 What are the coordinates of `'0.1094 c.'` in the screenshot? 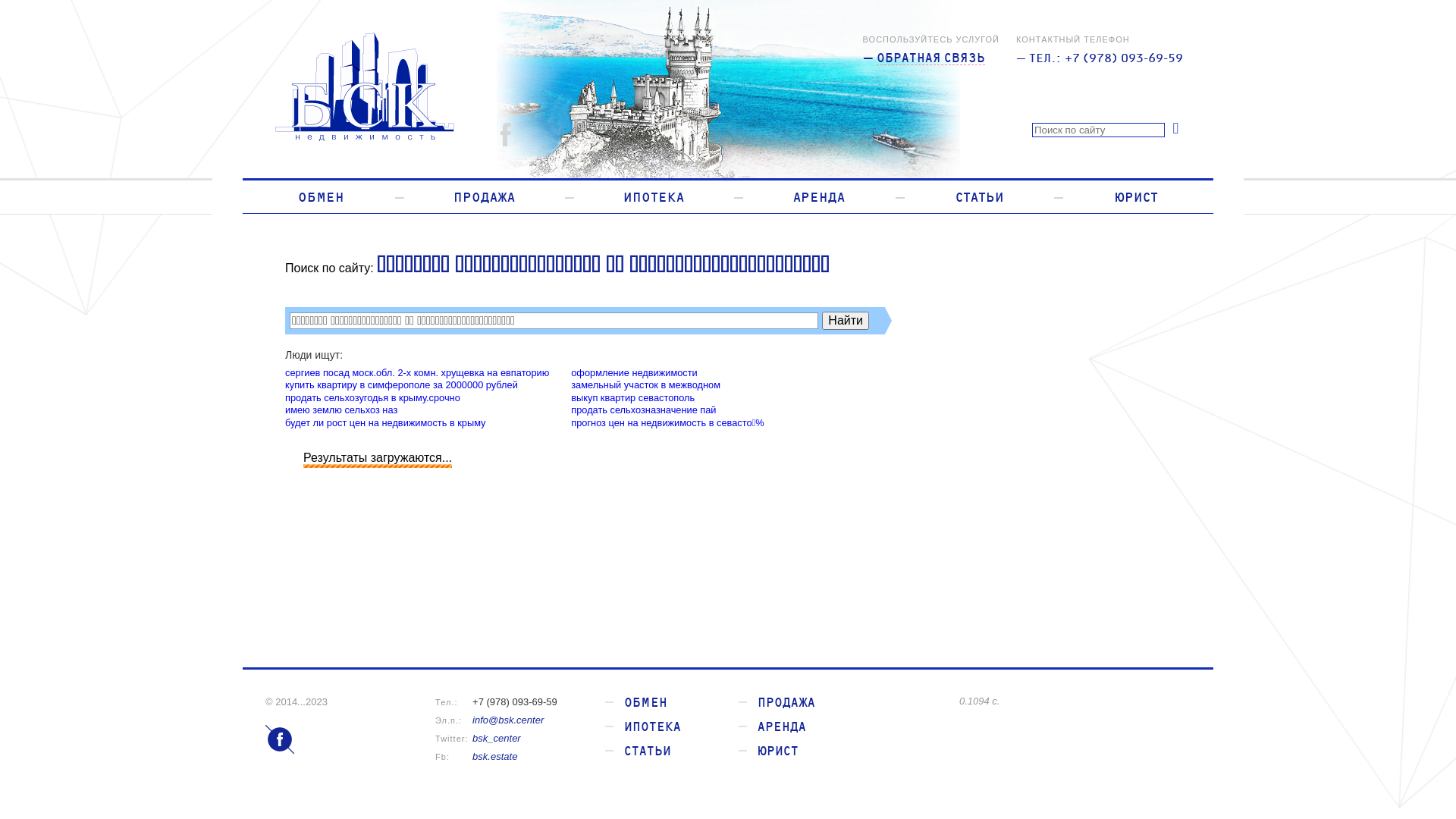 It's located at (1074, 701).